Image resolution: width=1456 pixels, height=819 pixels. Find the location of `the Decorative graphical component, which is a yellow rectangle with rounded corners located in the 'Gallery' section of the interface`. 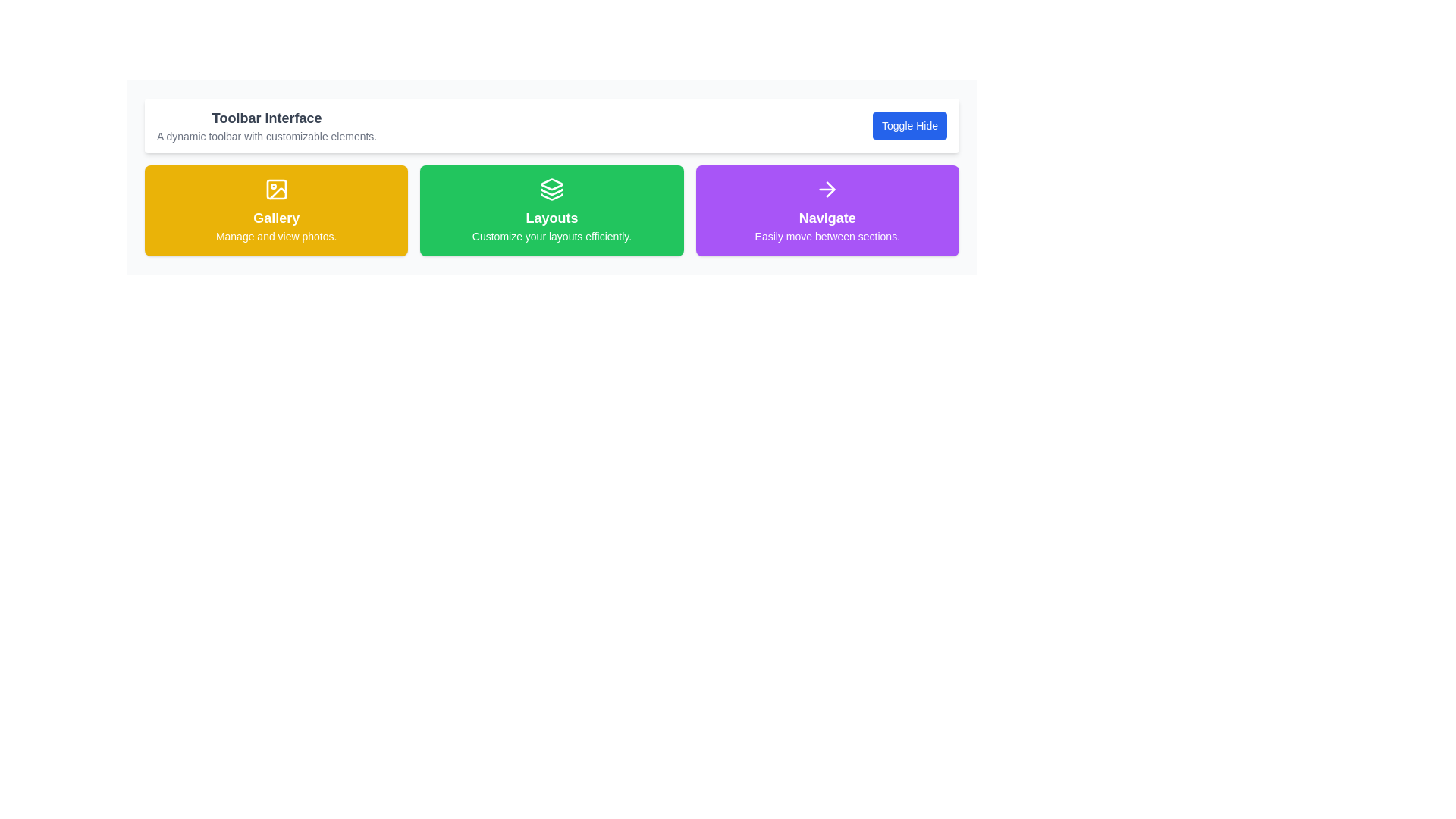

the Decorative graphical component, which is a yellow rectangle with rounded corners located in the 'Gallery' section of the interface is located at coordinates (276, 189).